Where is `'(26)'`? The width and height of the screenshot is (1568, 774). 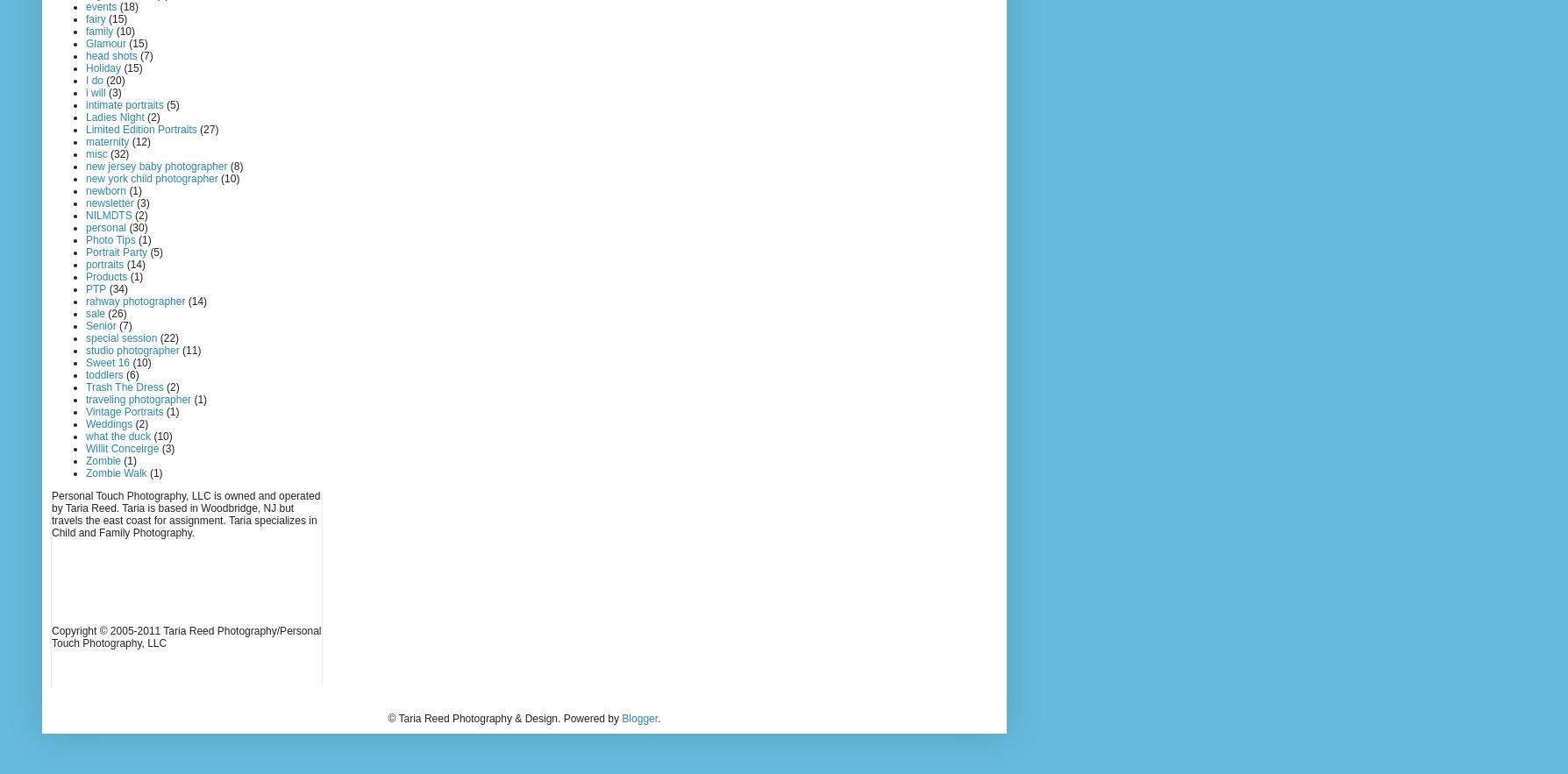
'(26)' is located at coordinates (117, 313).